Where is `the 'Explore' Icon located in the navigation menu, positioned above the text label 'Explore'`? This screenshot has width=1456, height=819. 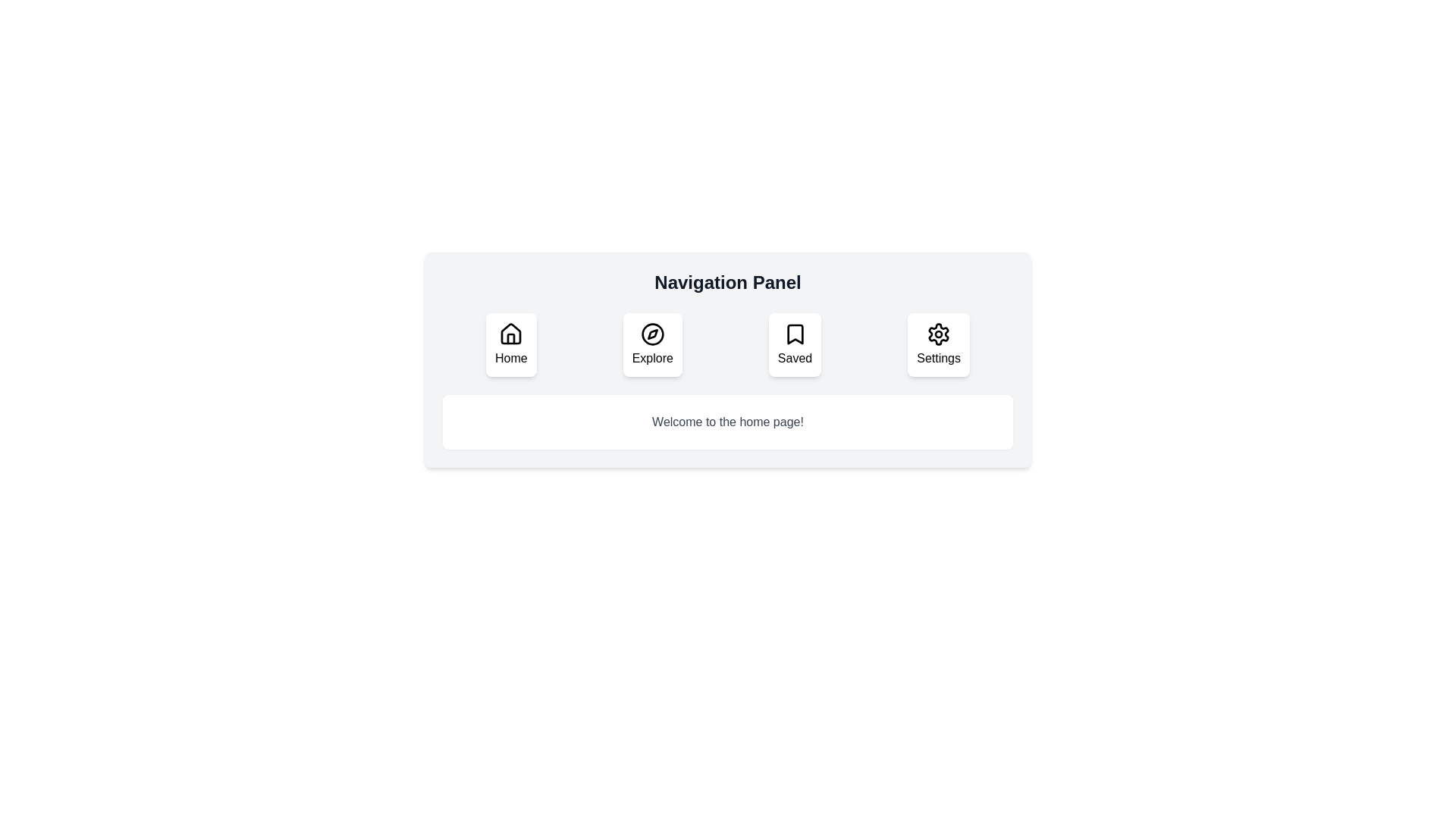 the 'Explore' Icon located in the navigation menu, positioned above the text label 'Explore' is located at coordinates (652, 333).